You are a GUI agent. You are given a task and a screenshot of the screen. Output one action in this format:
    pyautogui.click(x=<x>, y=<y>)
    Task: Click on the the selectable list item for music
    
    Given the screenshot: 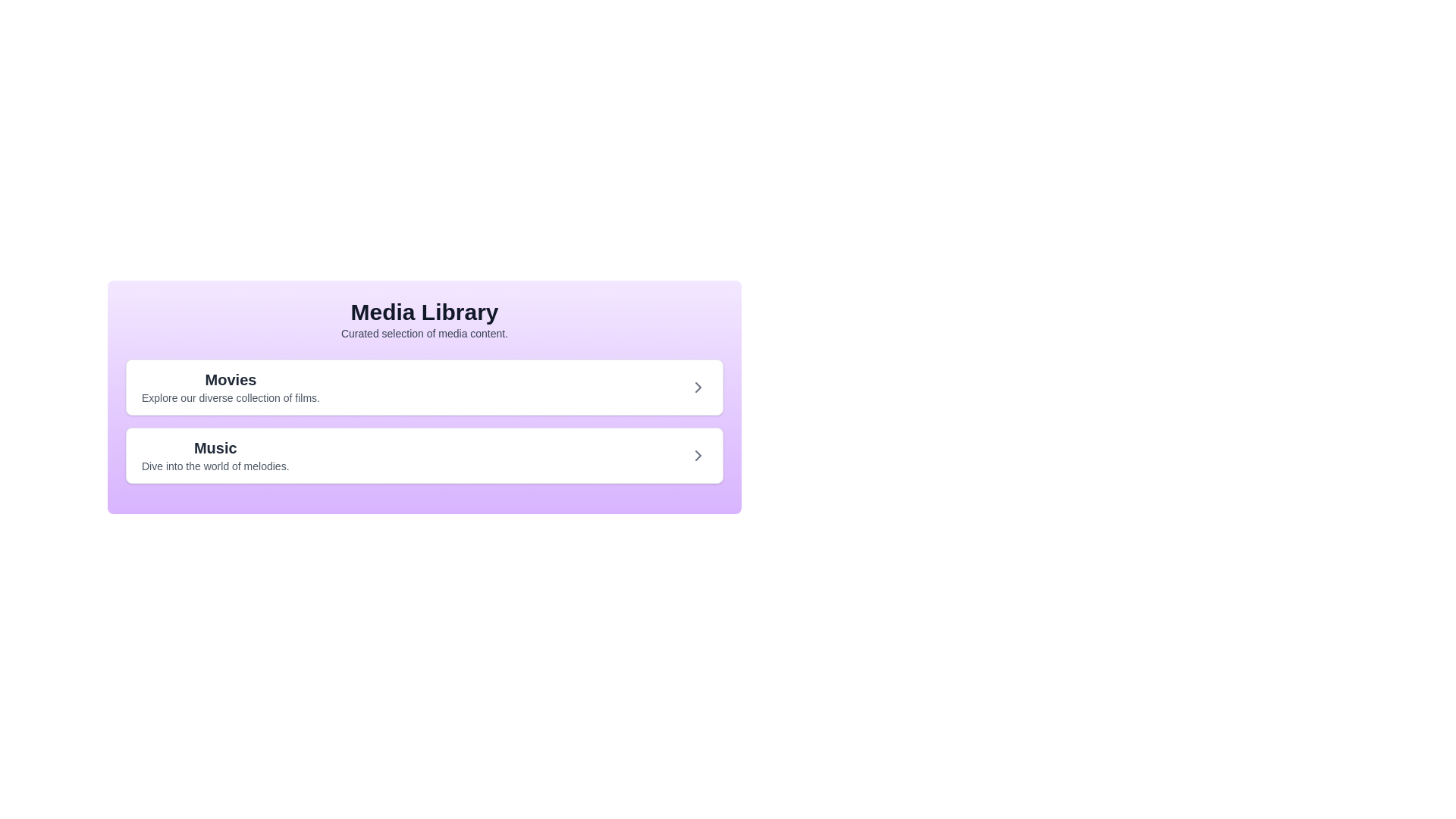 What is the action you would take?
    pyautogui.click(x=425, y=455)
    